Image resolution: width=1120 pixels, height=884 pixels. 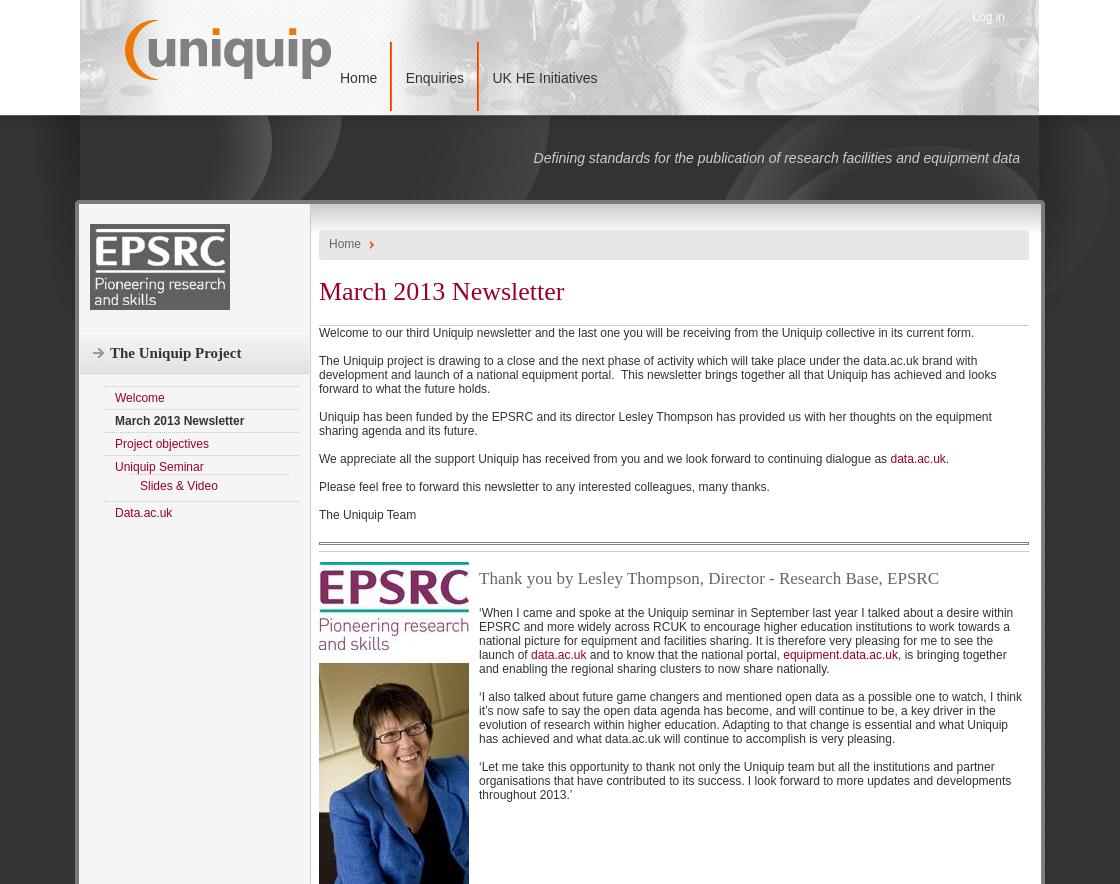 What do you see at coordinates (946, 458) in the screenshot?
I see `'.'` at bounding box center [946, 458].